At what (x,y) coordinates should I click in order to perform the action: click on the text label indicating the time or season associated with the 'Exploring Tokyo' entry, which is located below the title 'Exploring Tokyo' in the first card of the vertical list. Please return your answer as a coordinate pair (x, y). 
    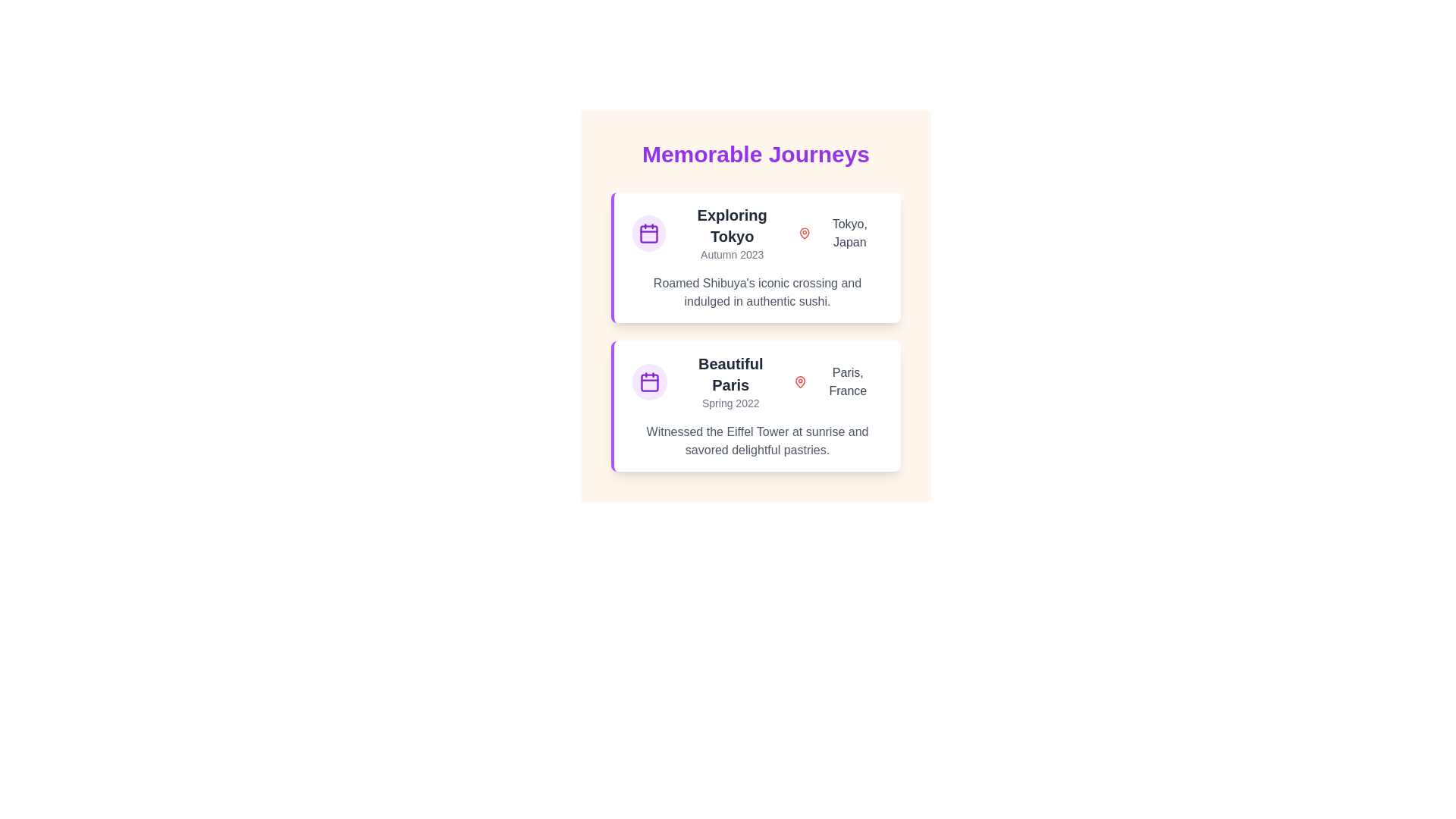
    Looking at the image, I should click on (732, 253).